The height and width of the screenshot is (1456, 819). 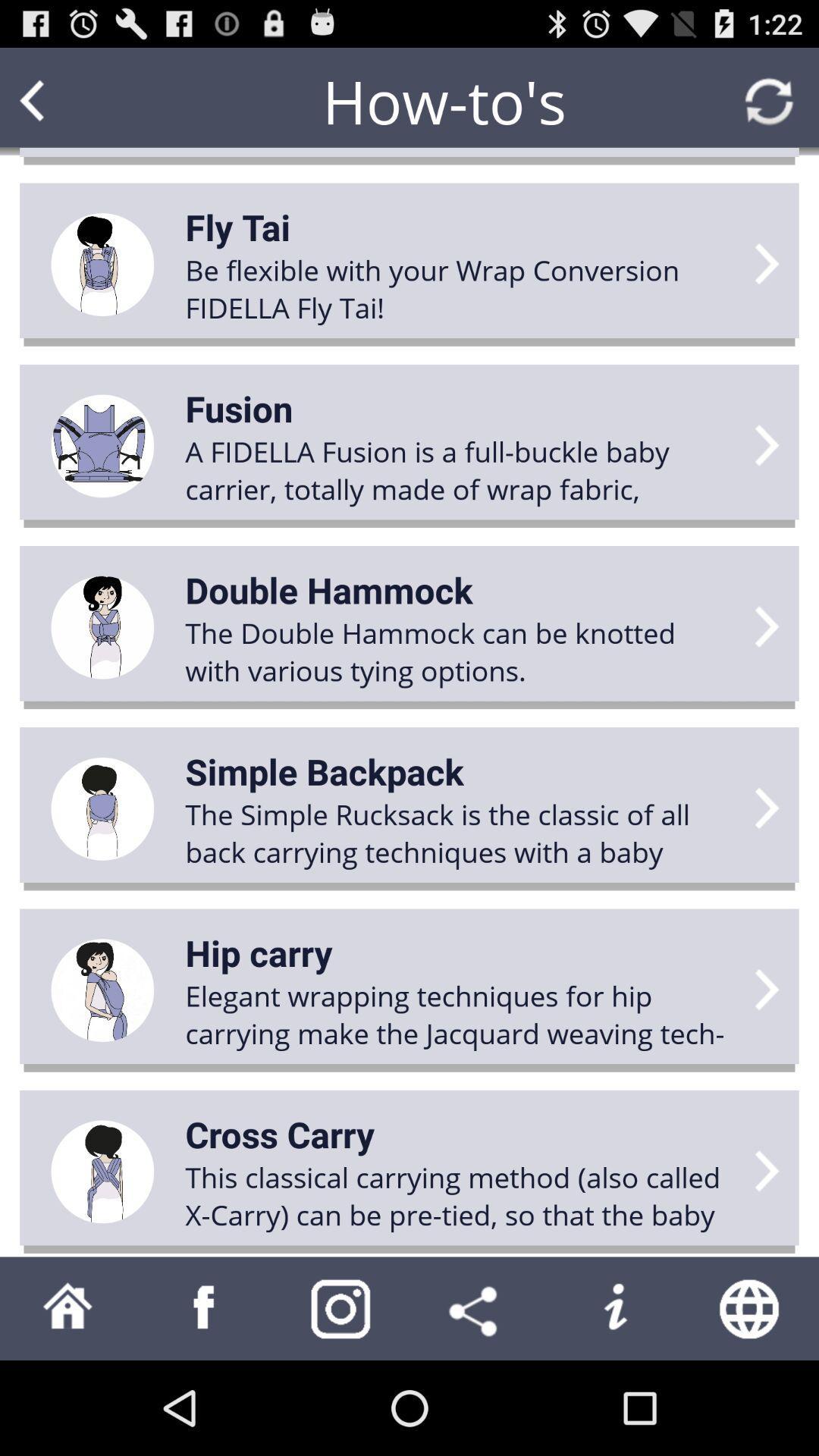 What do you see at coordinates (614, 1307) in the screenshot?
I see `additional info` at bounding box center [614, 1307].